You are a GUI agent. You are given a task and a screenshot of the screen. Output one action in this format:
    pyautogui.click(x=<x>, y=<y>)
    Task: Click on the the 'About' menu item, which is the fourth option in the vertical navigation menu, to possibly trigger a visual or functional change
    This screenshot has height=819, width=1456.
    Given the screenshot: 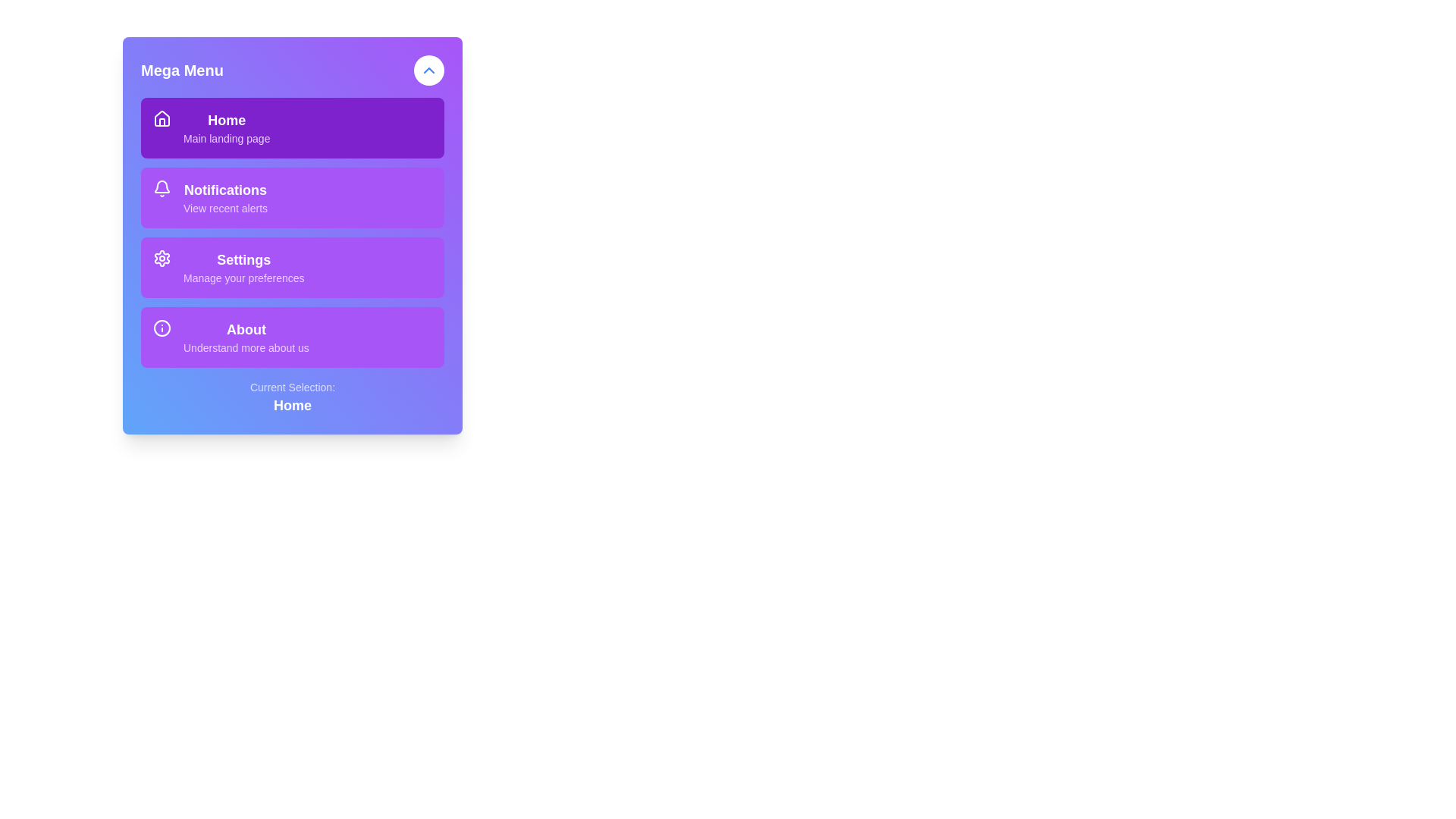 What is the action you would take?
    pyautogui.click(x=246, y=336)
    